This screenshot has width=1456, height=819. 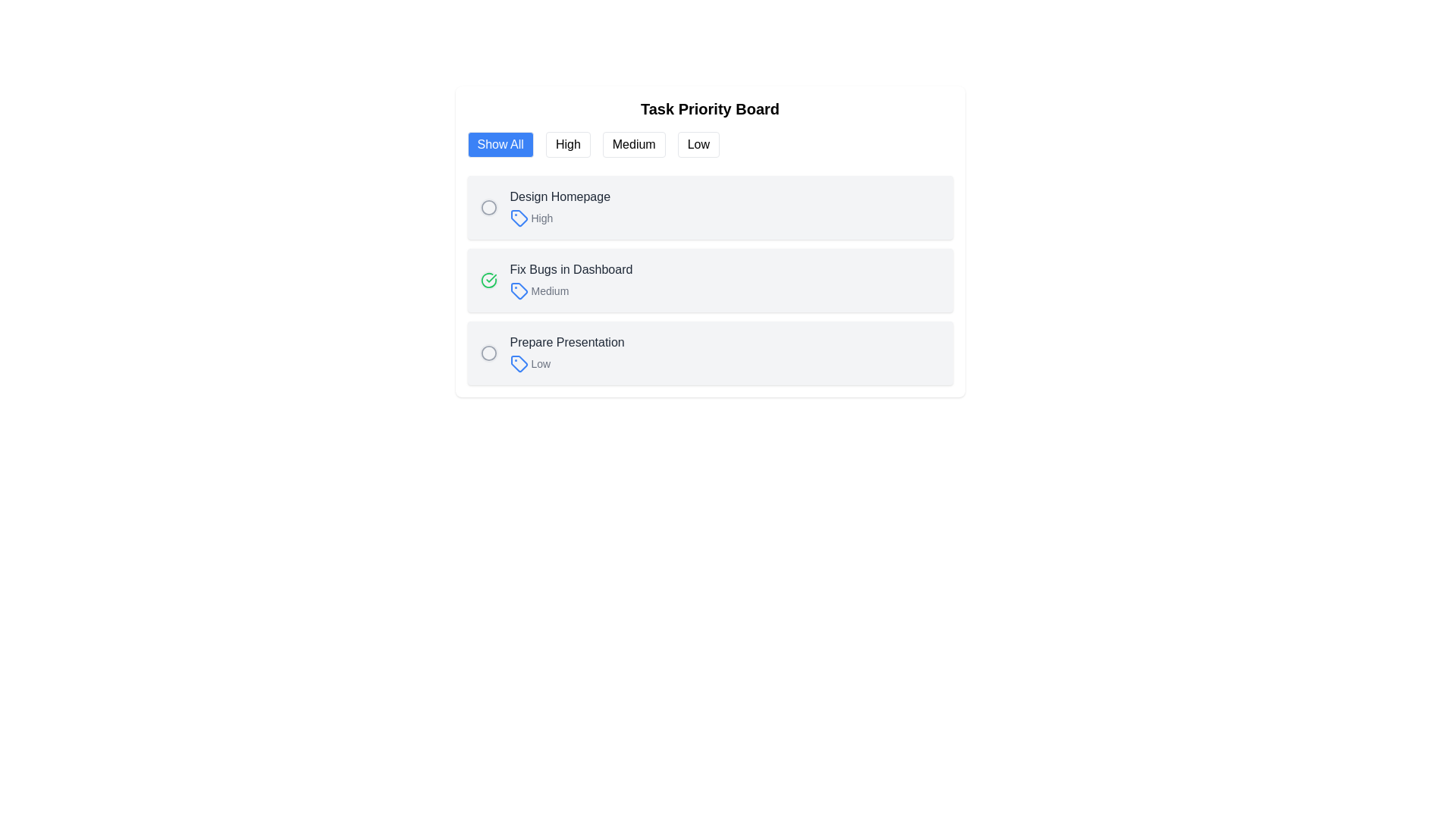 I want to click on the static text element that serves as the title or identifier of a task within a task card, located above the 'Low' tag and to the right of an unselected circular checkbox, so click(x=566, y=342).